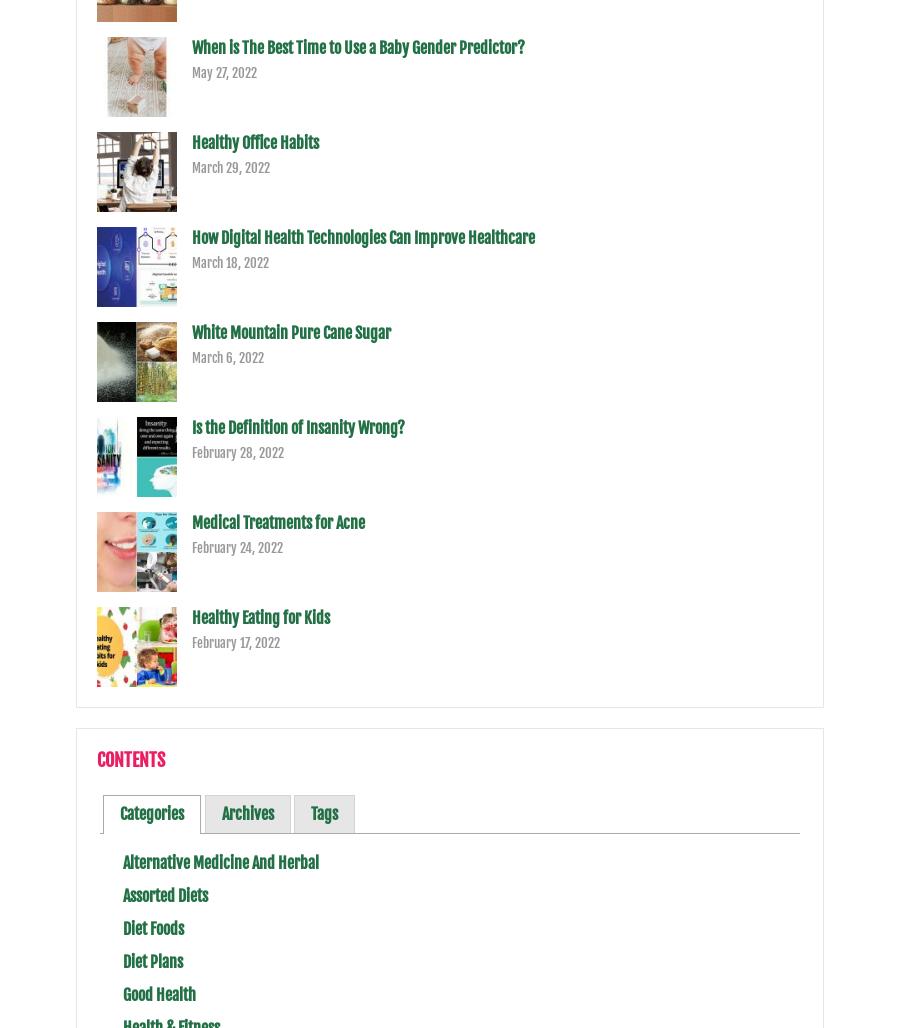 Image resolution: width=900 pixels, height=1028 pixels. What do you see at coordinates (119, 813) in the screenshot?
I see `'Categories'` at bounding box center [119, 813].